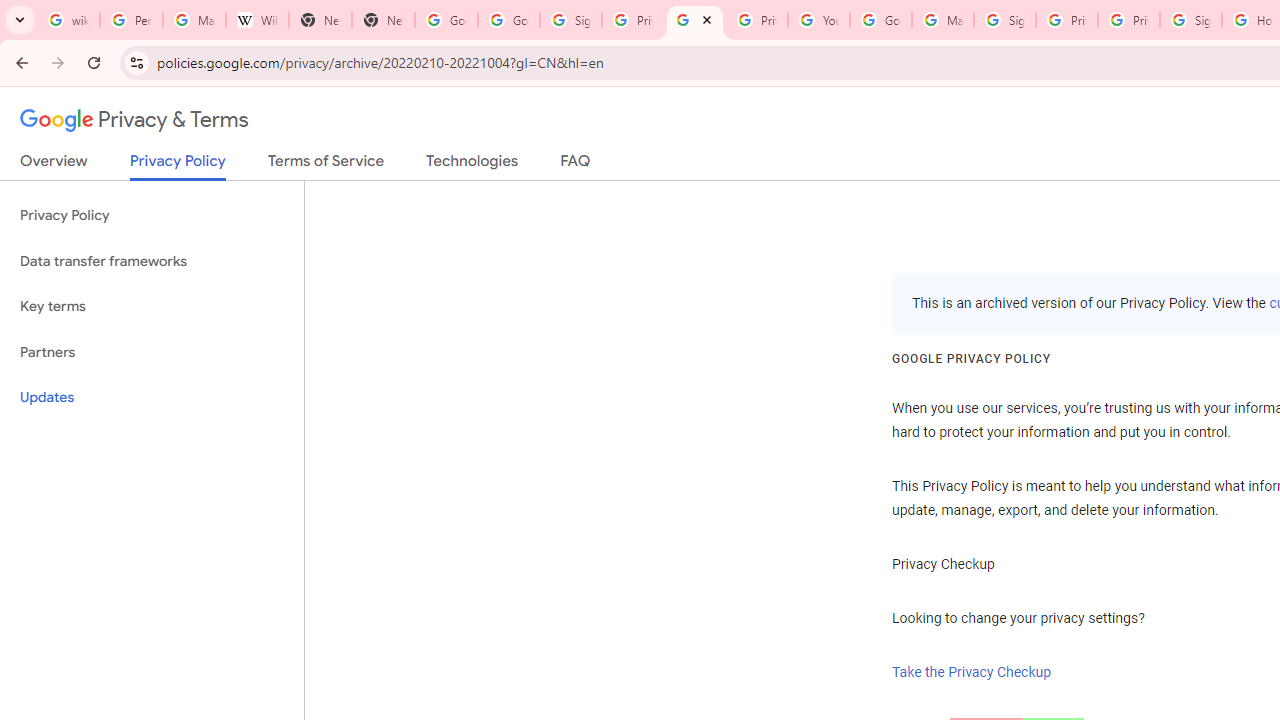  Describe the element at coordinates (151, 306) in the screenshot. I see `'Key terms'` at that location.